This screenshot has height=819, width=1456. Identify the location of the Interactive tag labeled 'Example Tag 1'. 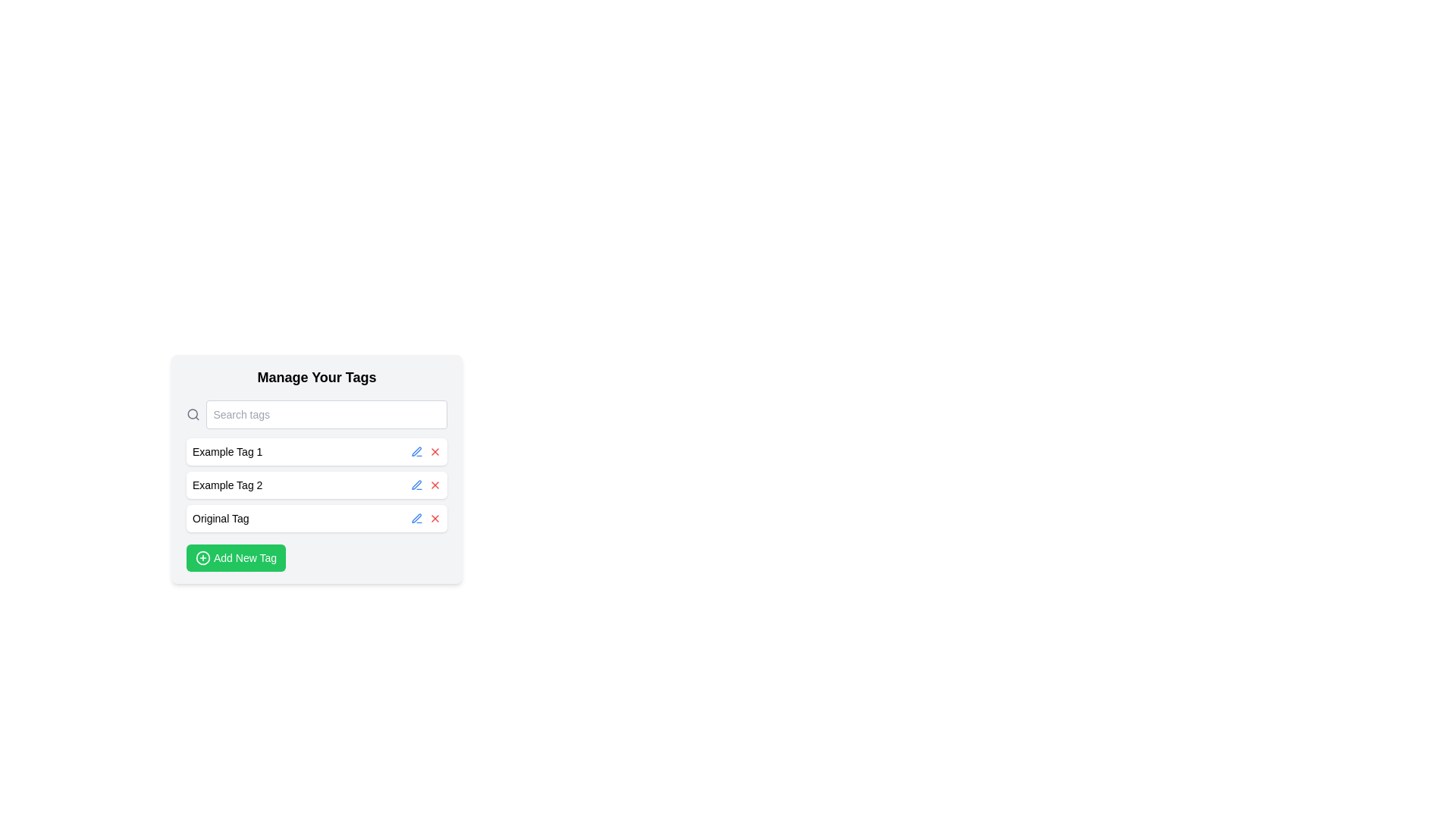
(315, 451).